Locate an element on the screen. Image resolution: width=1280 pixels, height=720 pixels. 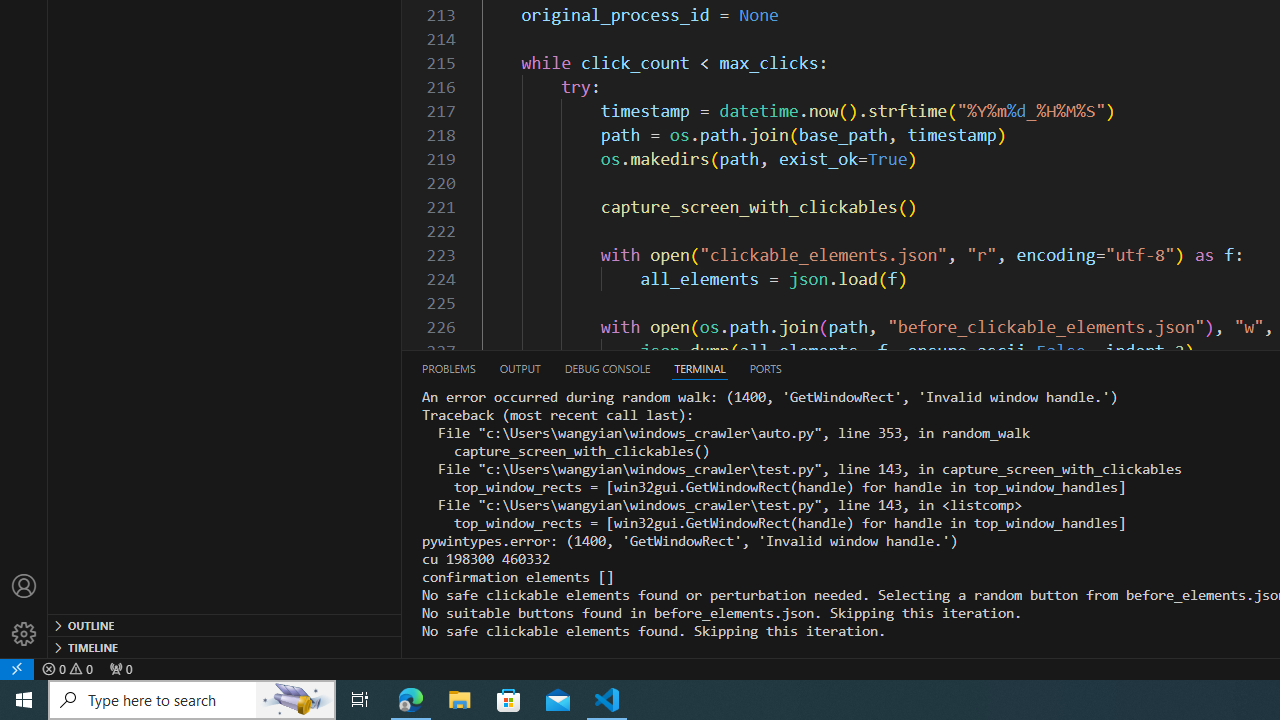
'No Problems' is located at coordinates (67, 668).